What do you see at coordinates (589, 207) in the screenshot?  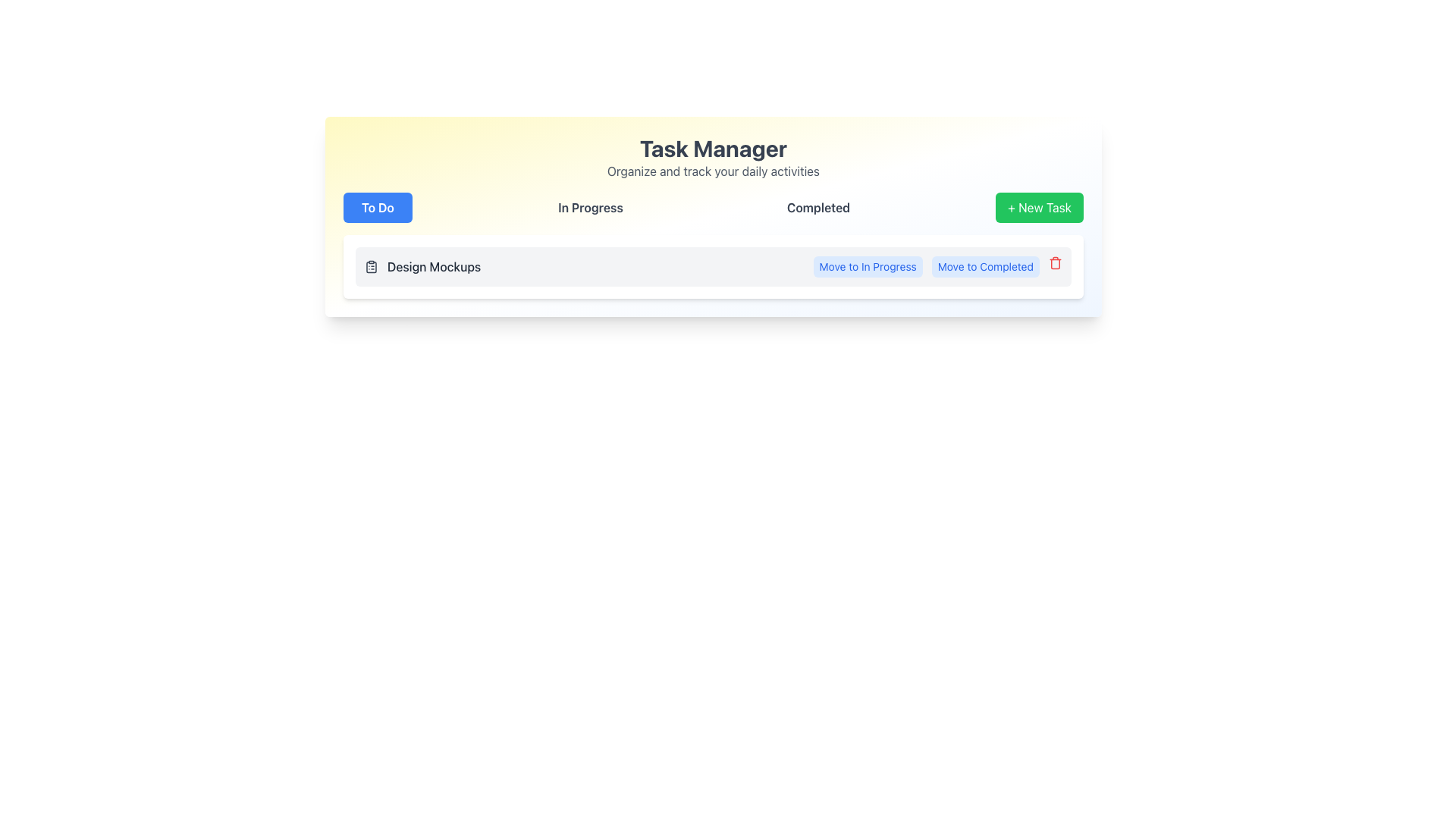 I see `the interactive button used to filter or display tasks that are currently in progress, located under the 'Task Manager' title, between 'To Do' and 'Completed'` at bounding box center [589, 207].